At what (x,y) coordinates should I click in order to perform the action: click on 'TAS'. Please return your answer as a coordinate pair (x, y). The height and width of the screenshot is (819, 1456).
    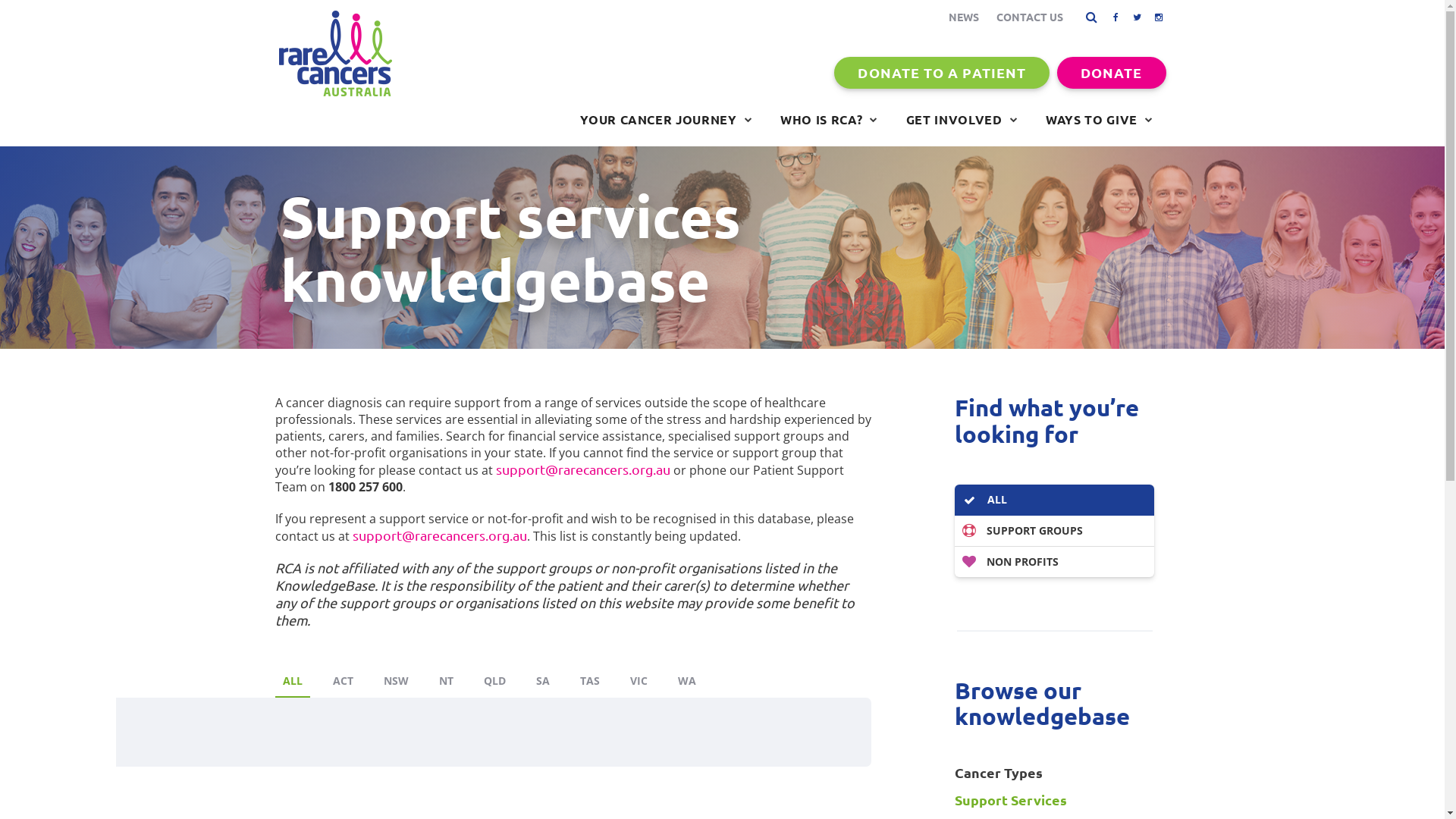
    Looking at the image, I should click on (588, 681).